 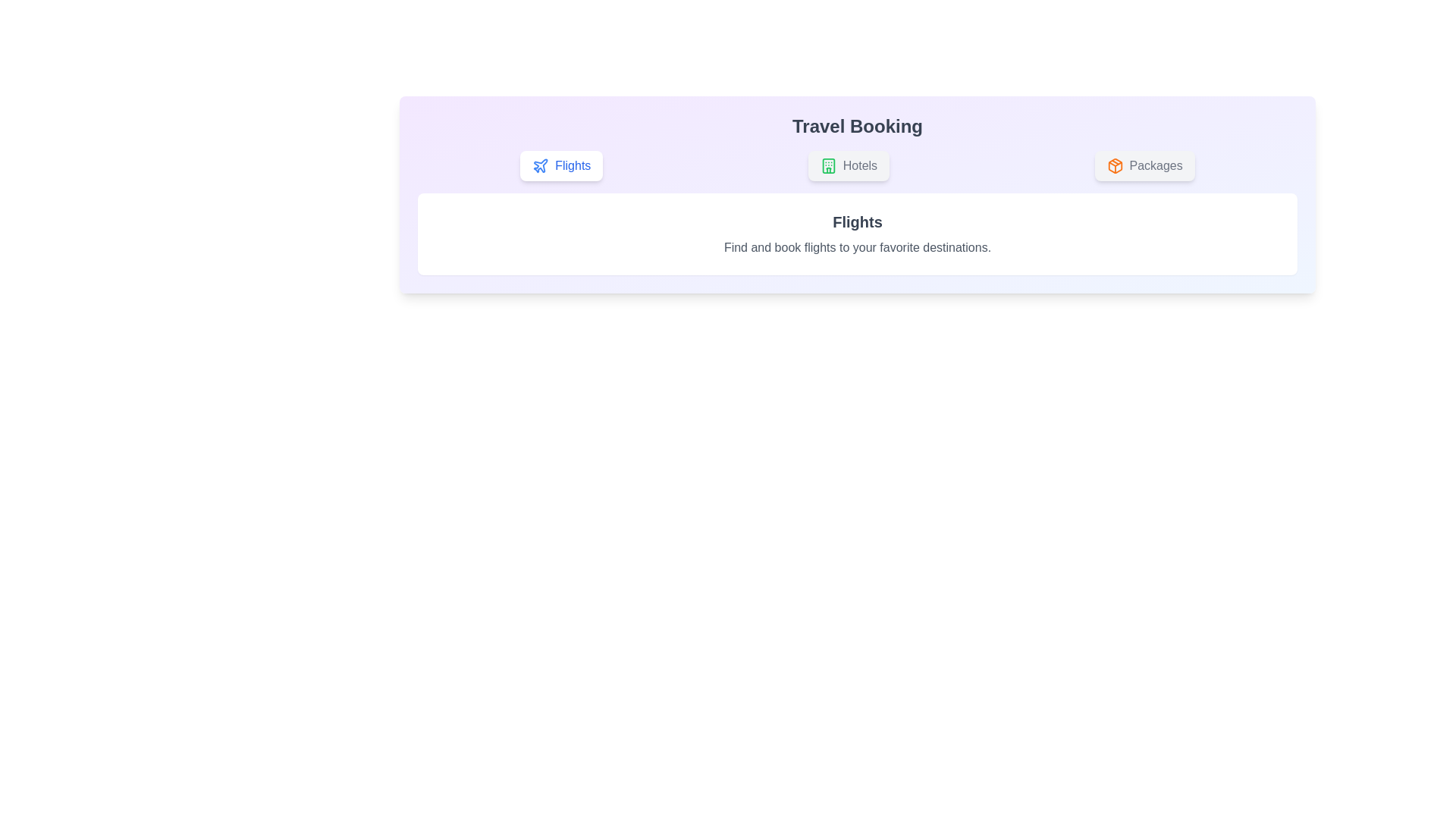 What do you see at coordinates (1144, 166) in the screenshot?
I see `the Packages tab by clicking on its button` at bounding box center [1144, 166].